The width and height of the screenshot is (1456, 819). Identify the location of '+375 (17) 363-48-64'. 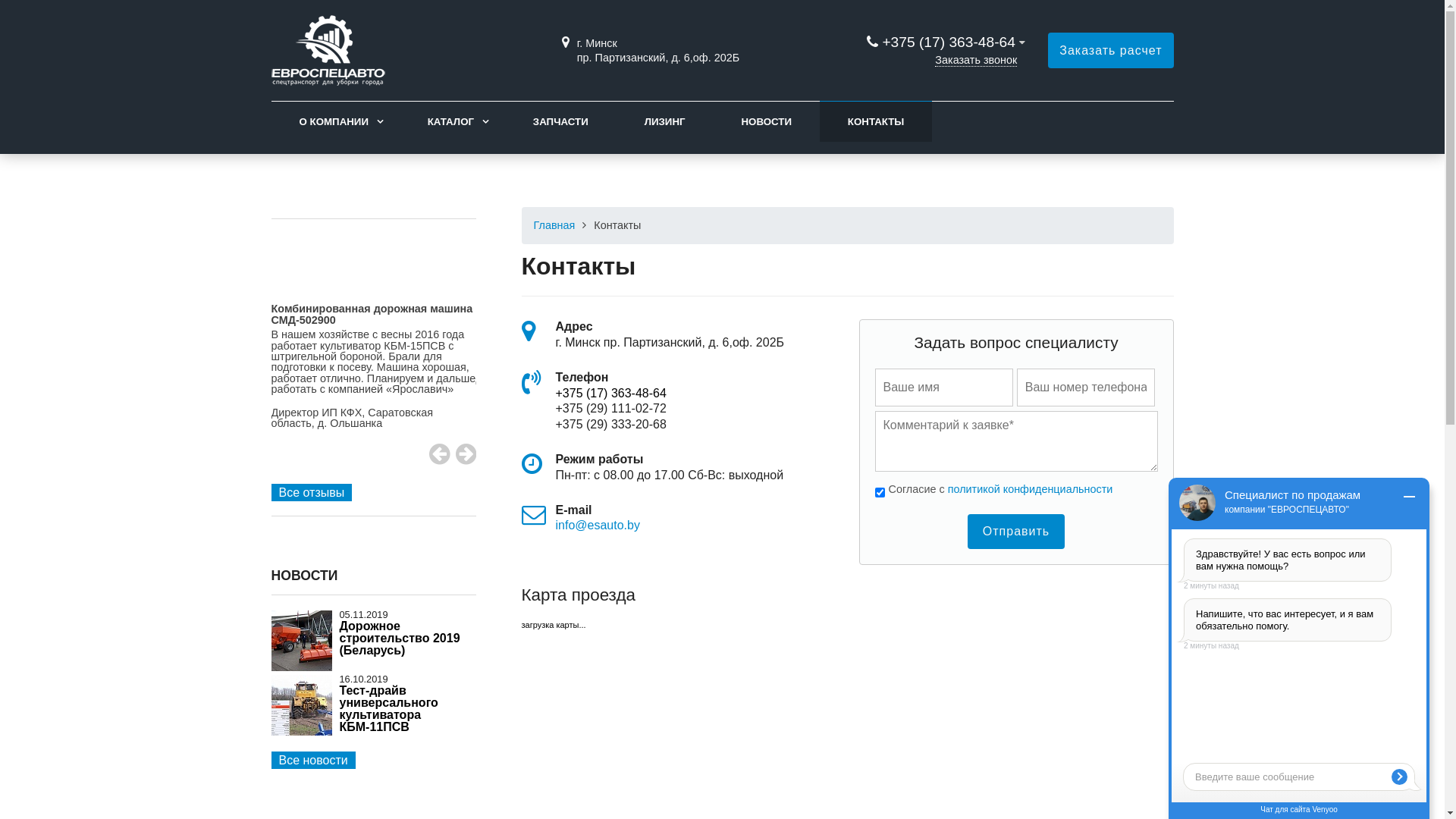
(947, 41).